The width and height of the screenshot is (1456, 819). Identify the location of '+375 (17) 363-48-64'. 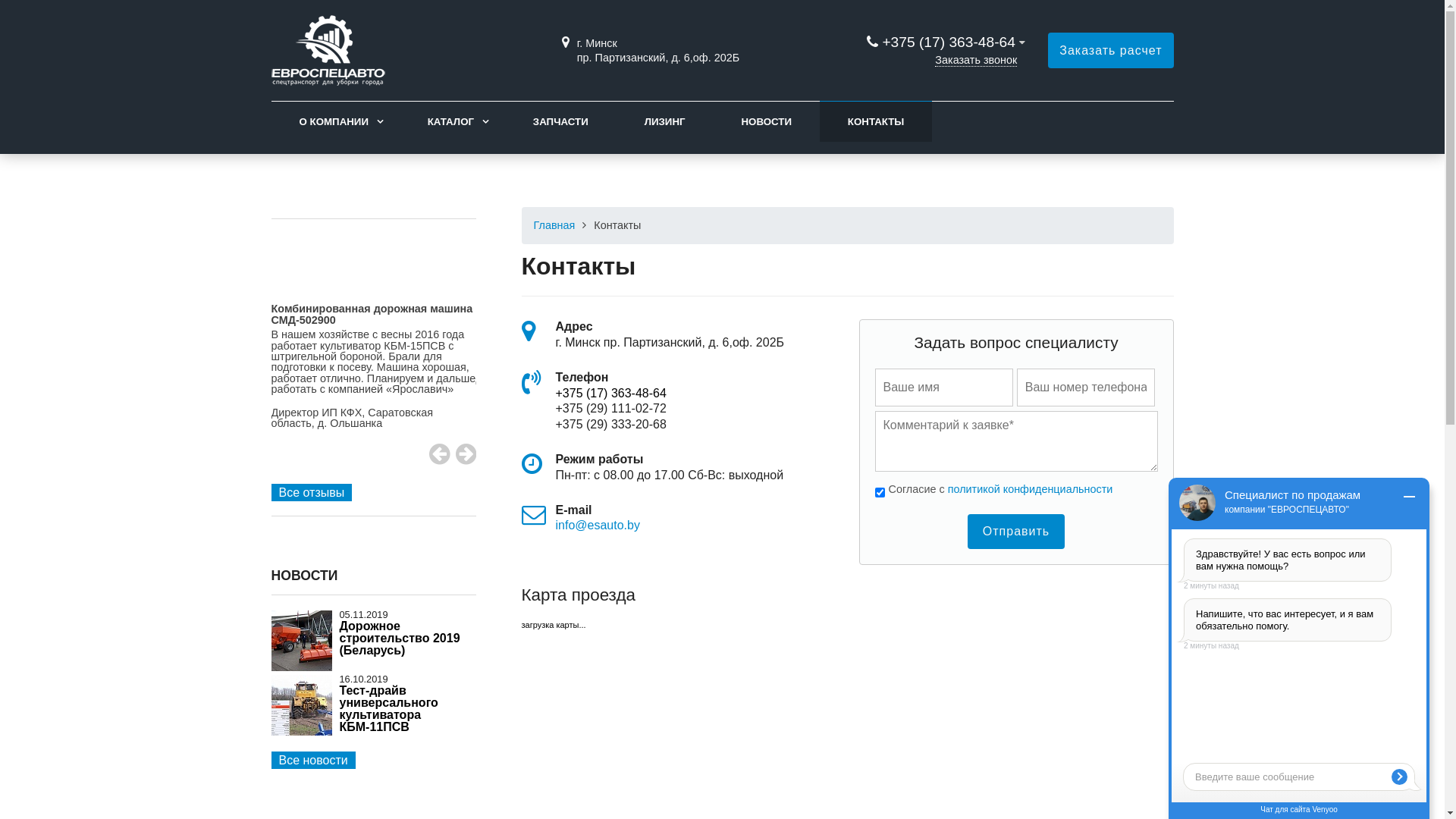
(947, 41).